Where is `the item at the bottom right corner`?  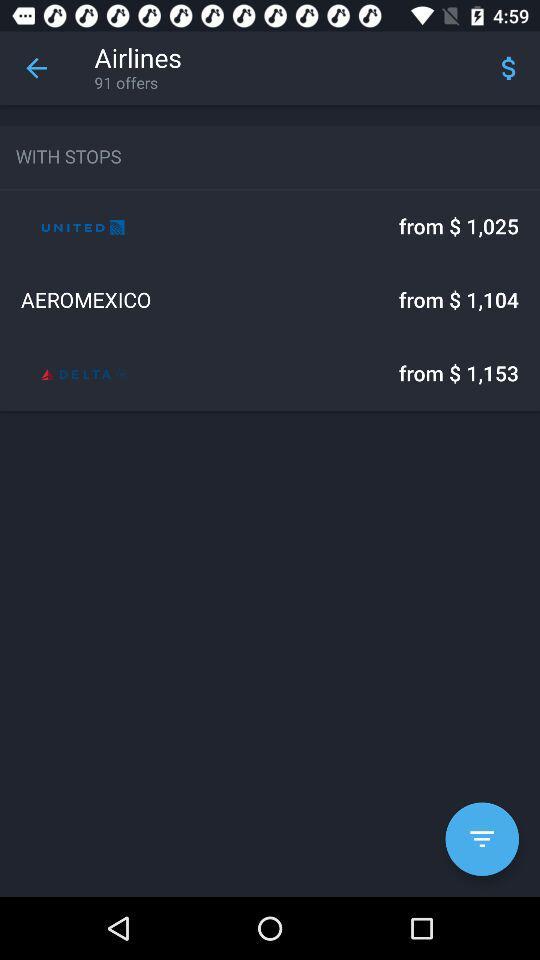
the item at the bottom right corner is located at coordinates (481, 839).